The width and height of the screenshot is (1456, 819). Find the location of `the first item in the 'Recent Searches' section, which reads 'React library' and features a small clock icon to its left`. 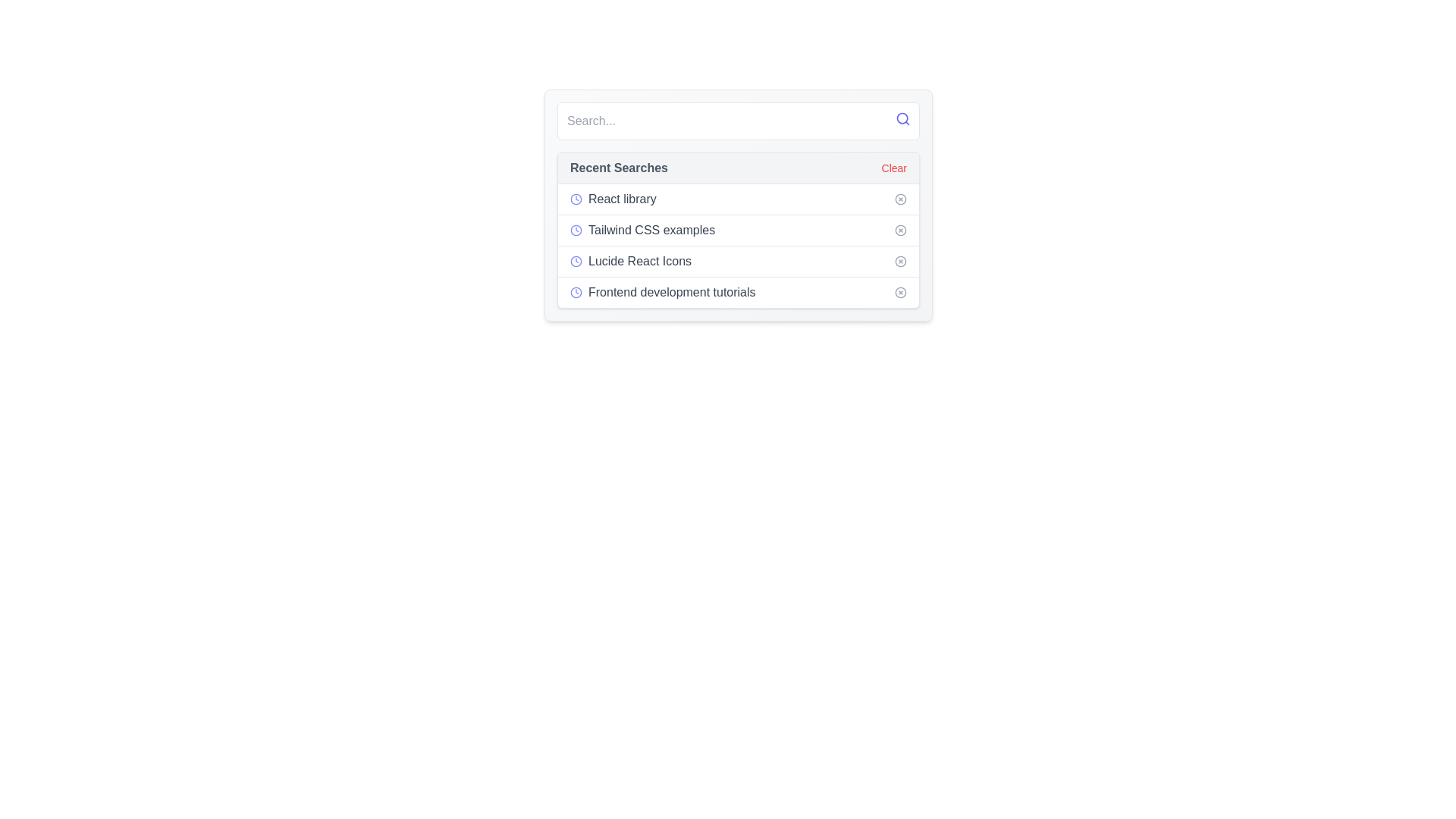

the first item in the 'Recent Searches' section, which reads 'React library' and features a small clock icon to its left is located at coordinates (613, 198).